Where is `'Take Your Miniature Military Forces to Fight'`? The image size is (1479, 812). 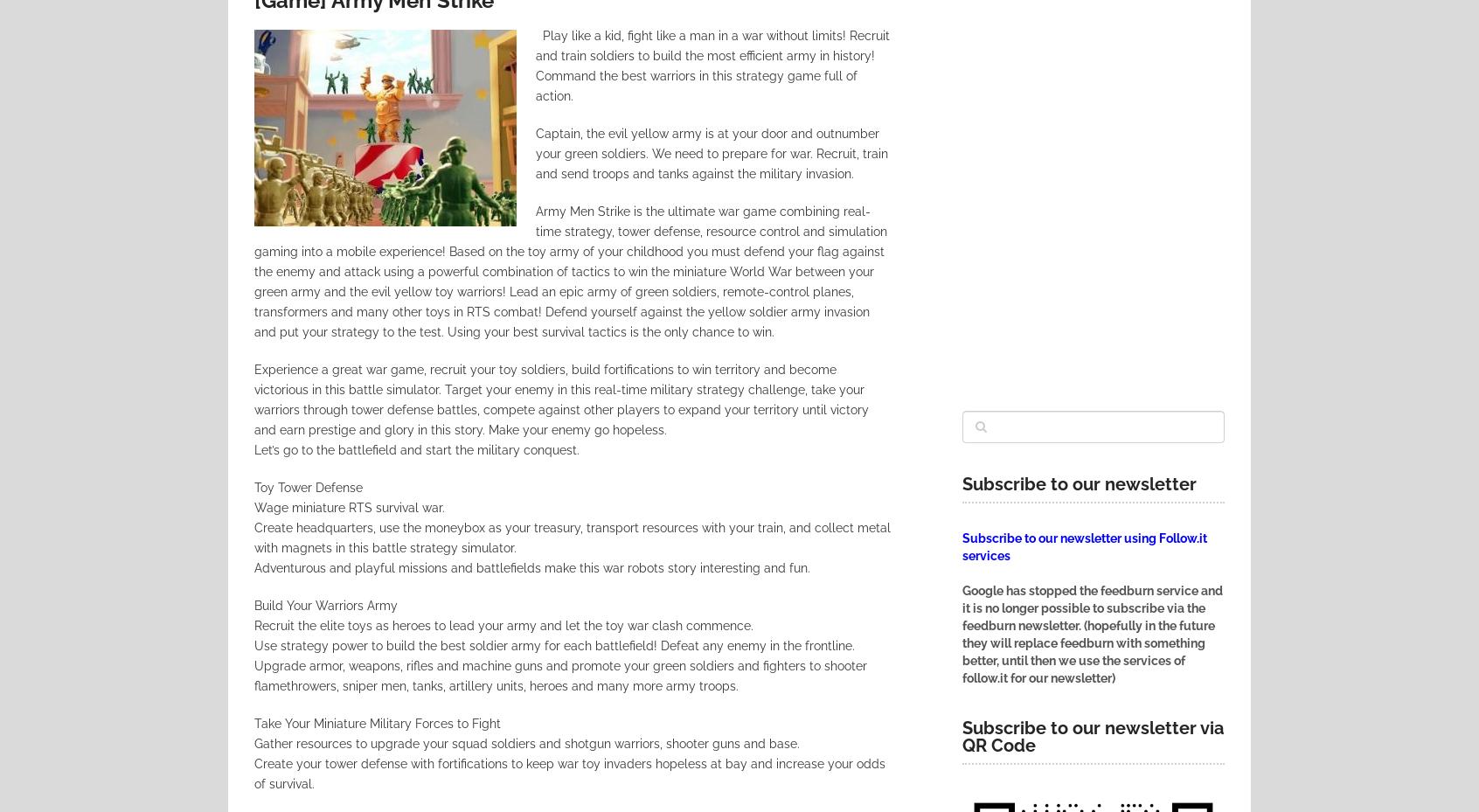
'Take Your Miniature Military Forces to Fight' is located at coordinates (376, 721).